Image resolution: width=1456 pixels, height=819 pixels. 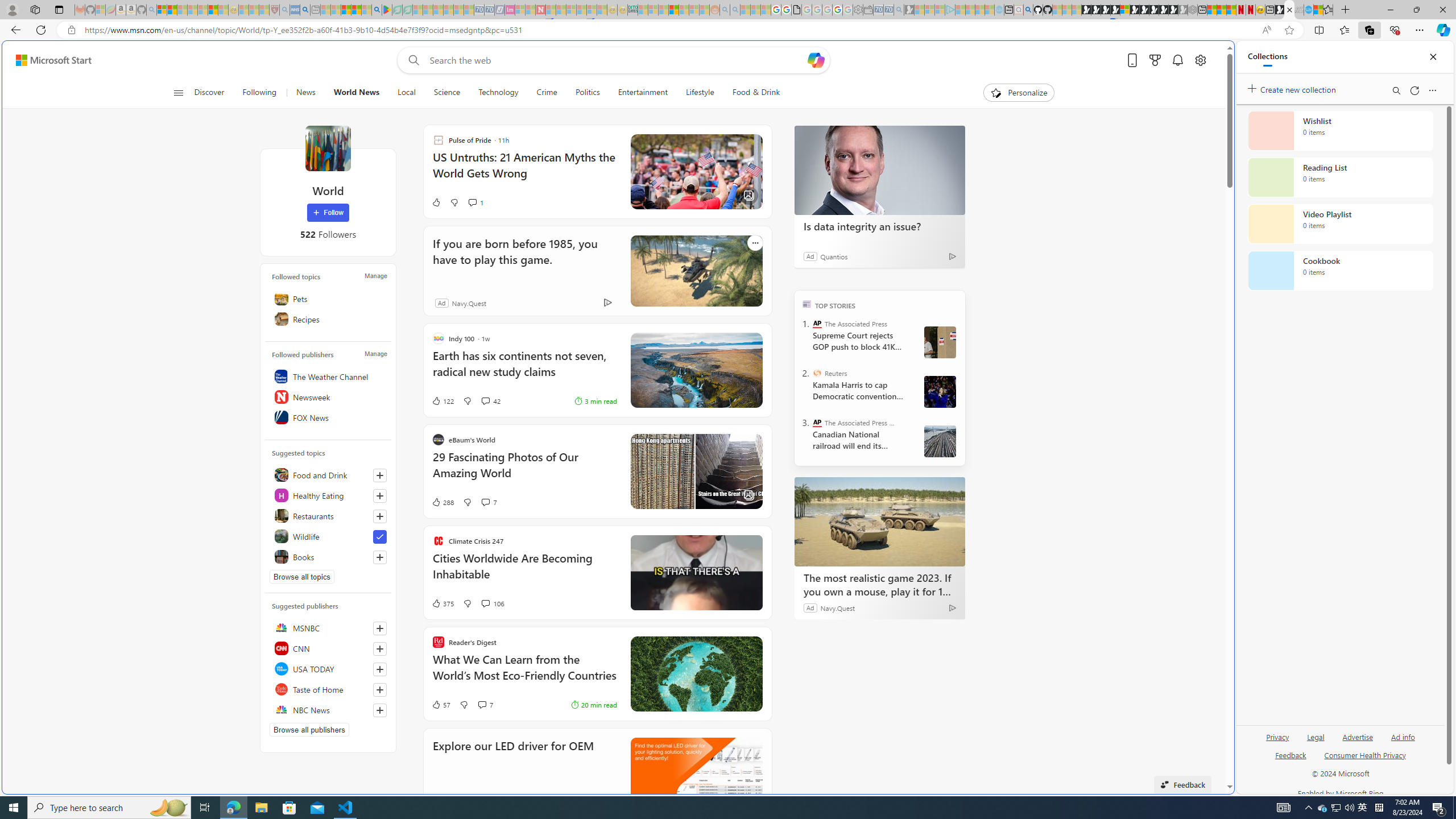 What do you see at coordinates (1340, 176) in the screenshot?
I see `'Reading List collection, 0 items'` at bounding box center [1340, 176].